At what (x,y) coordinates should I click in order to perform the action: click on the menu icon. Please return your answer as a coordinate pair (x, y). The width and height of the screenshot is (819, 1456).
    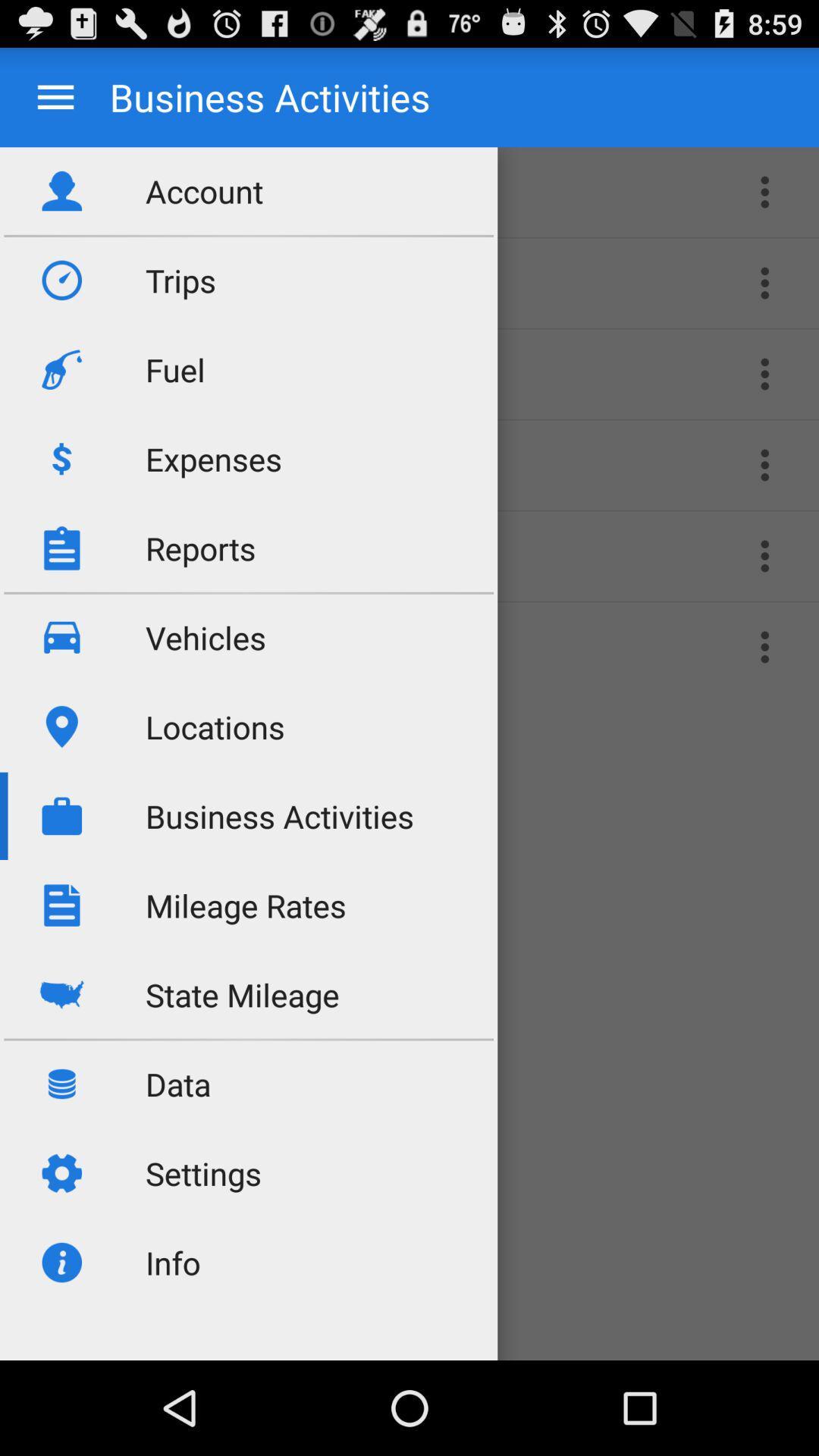
    Looking at the image, I should click on (55, 103).